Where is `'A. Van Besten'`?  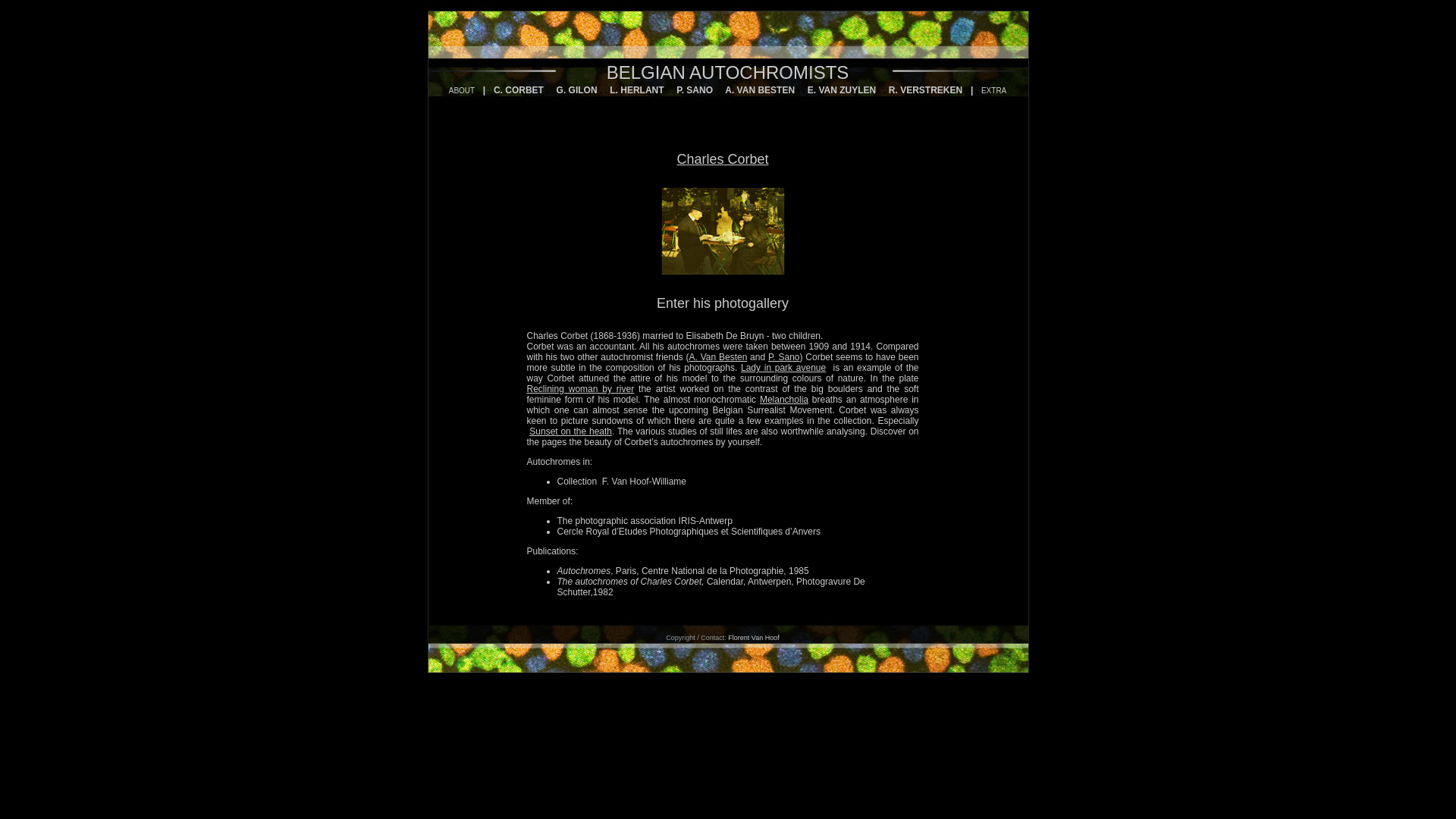 'A. Van Besten' is located at coordinates (717, 356).